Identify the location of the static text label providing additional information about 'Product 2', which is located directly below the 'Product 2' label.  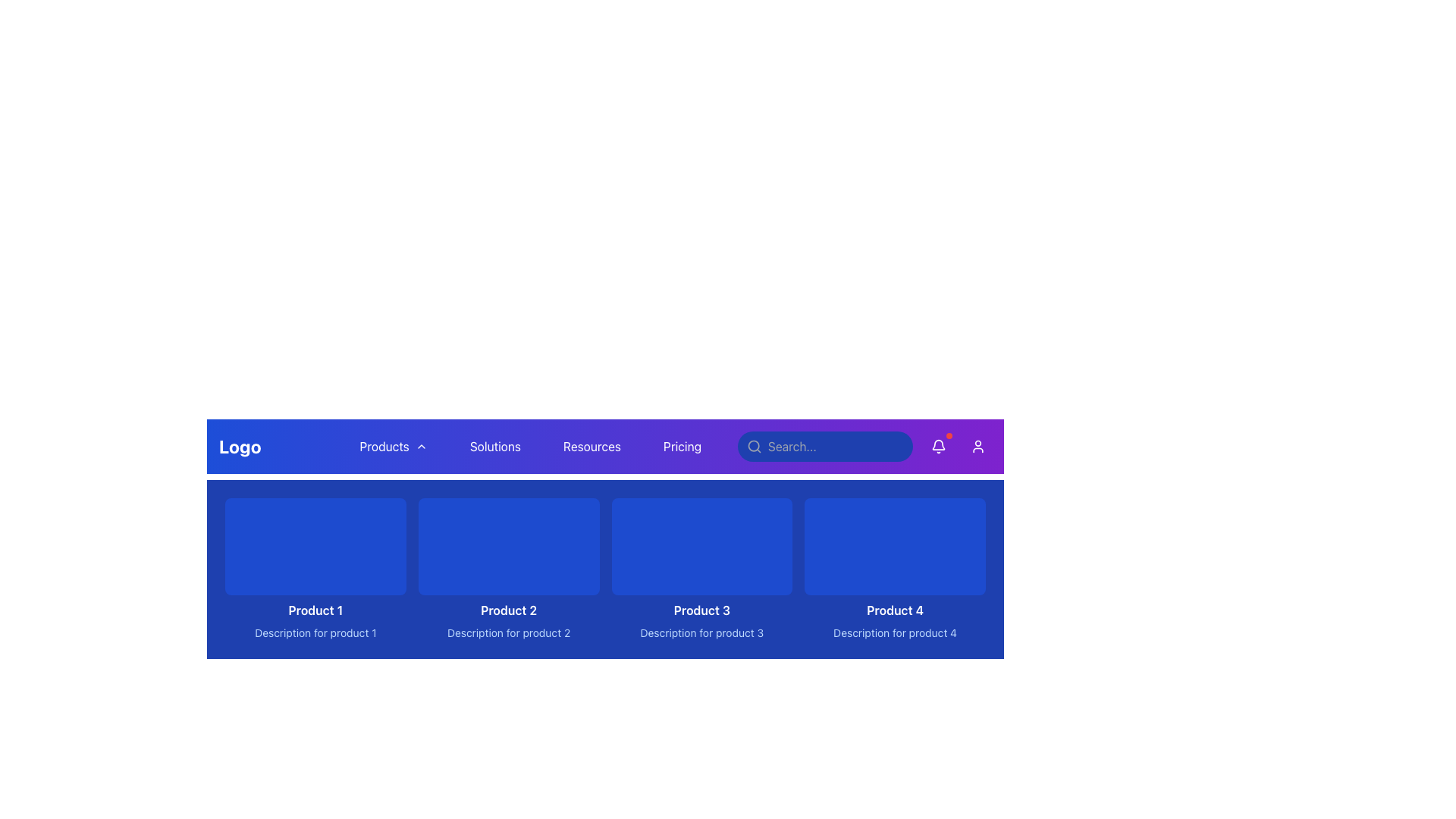
(509, 632).